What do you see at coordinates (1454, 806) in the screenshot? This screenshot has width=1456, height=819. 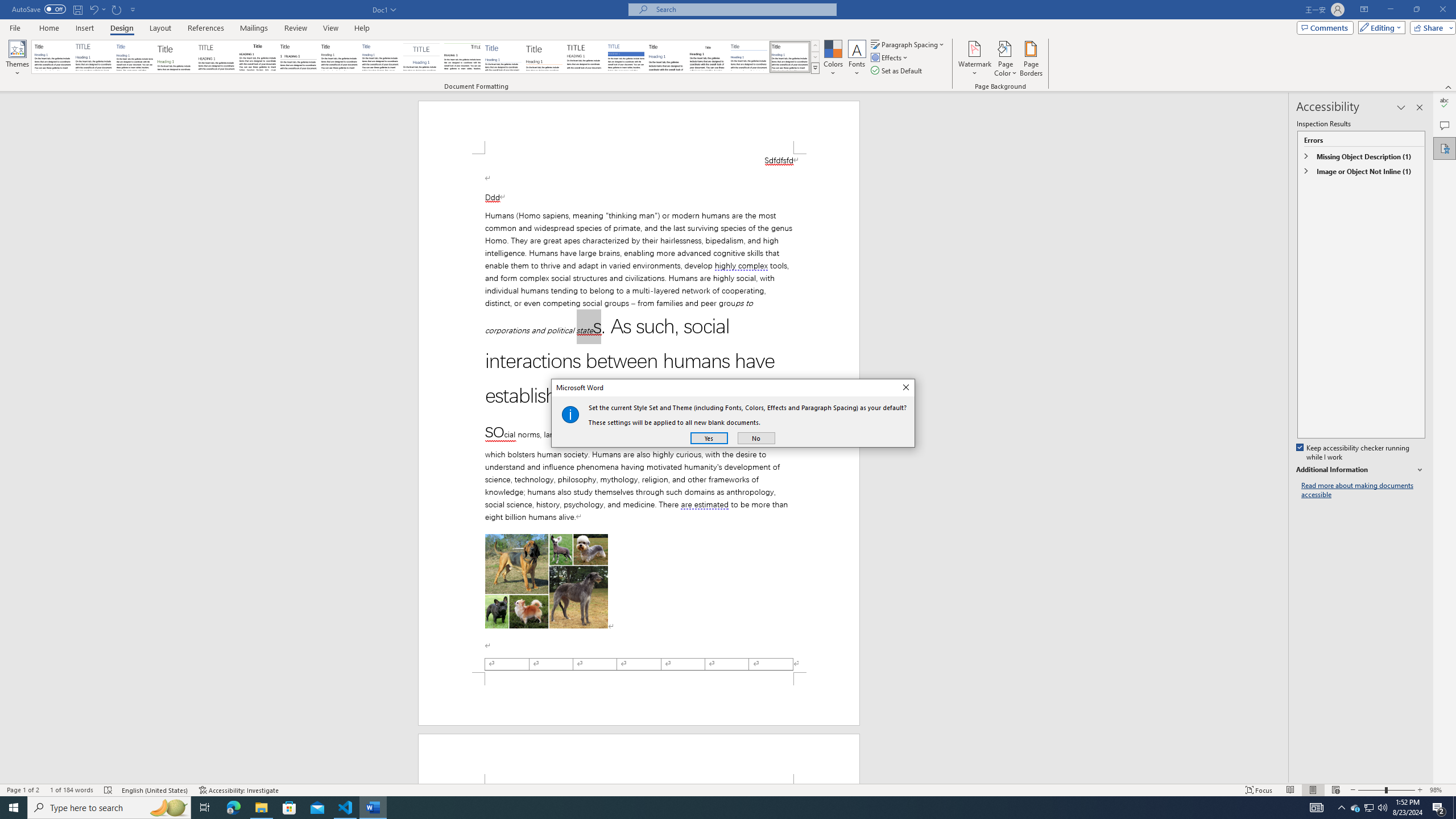 I see `'Show desktop'` at bounding box center [1454, 806].